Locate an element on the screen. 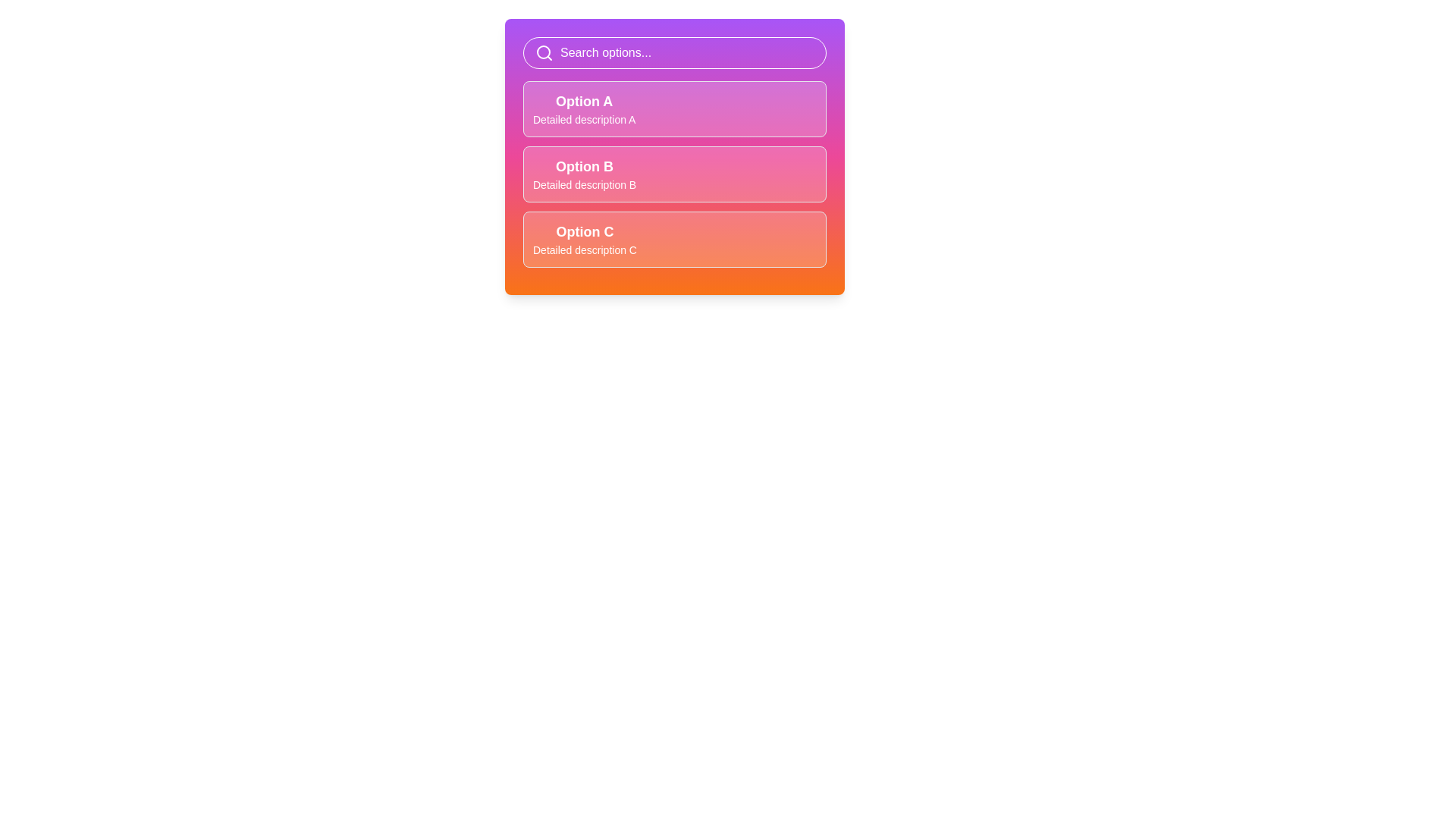  the second list item, which is a rectangular option box with a gradient background containing the title 'Option B' and description 'Detailed description B' is located at coordinates (673, 174).